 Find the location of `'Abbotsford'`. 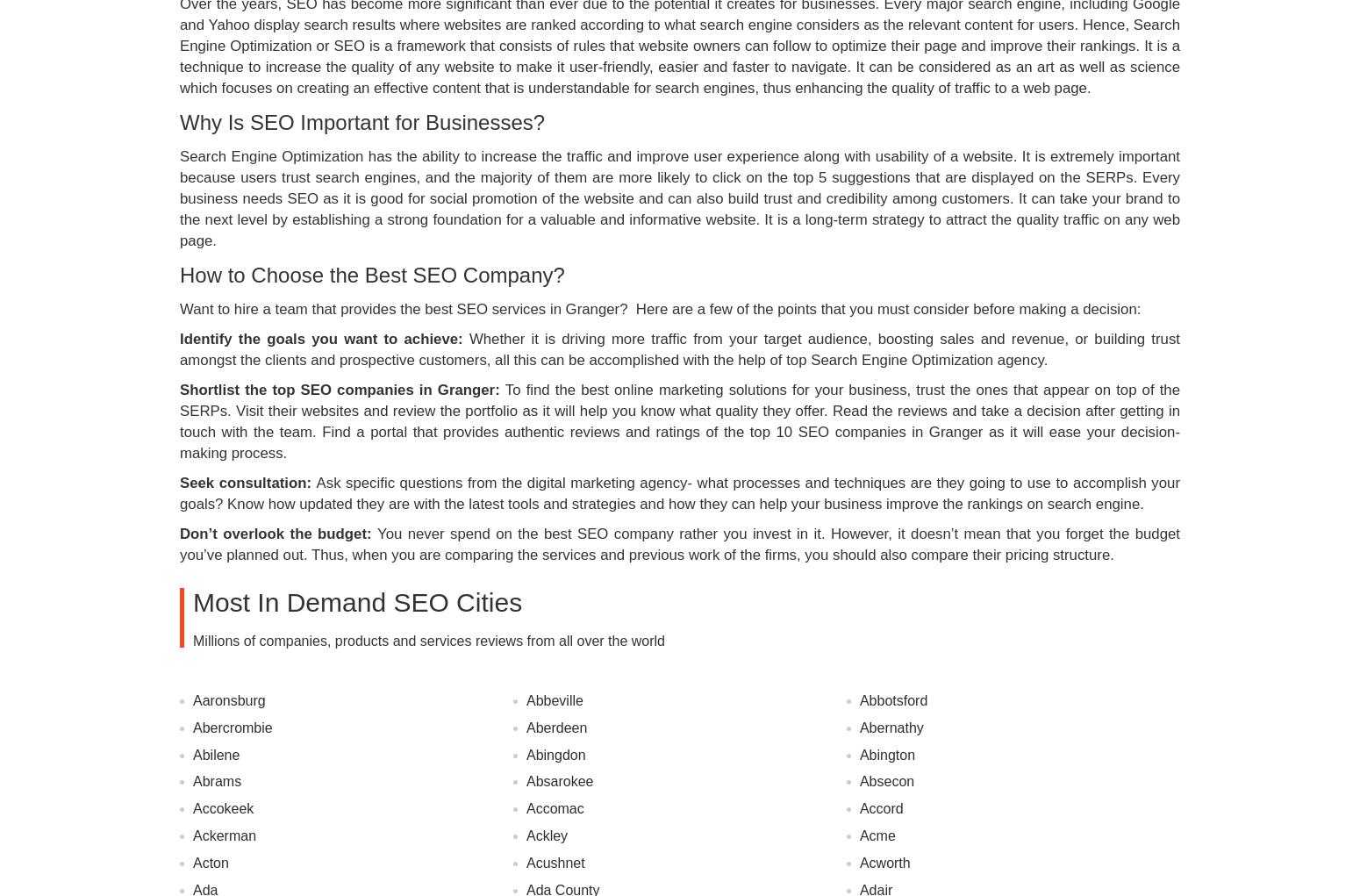

'Abbotsford' is located at coordinates (893, 699).